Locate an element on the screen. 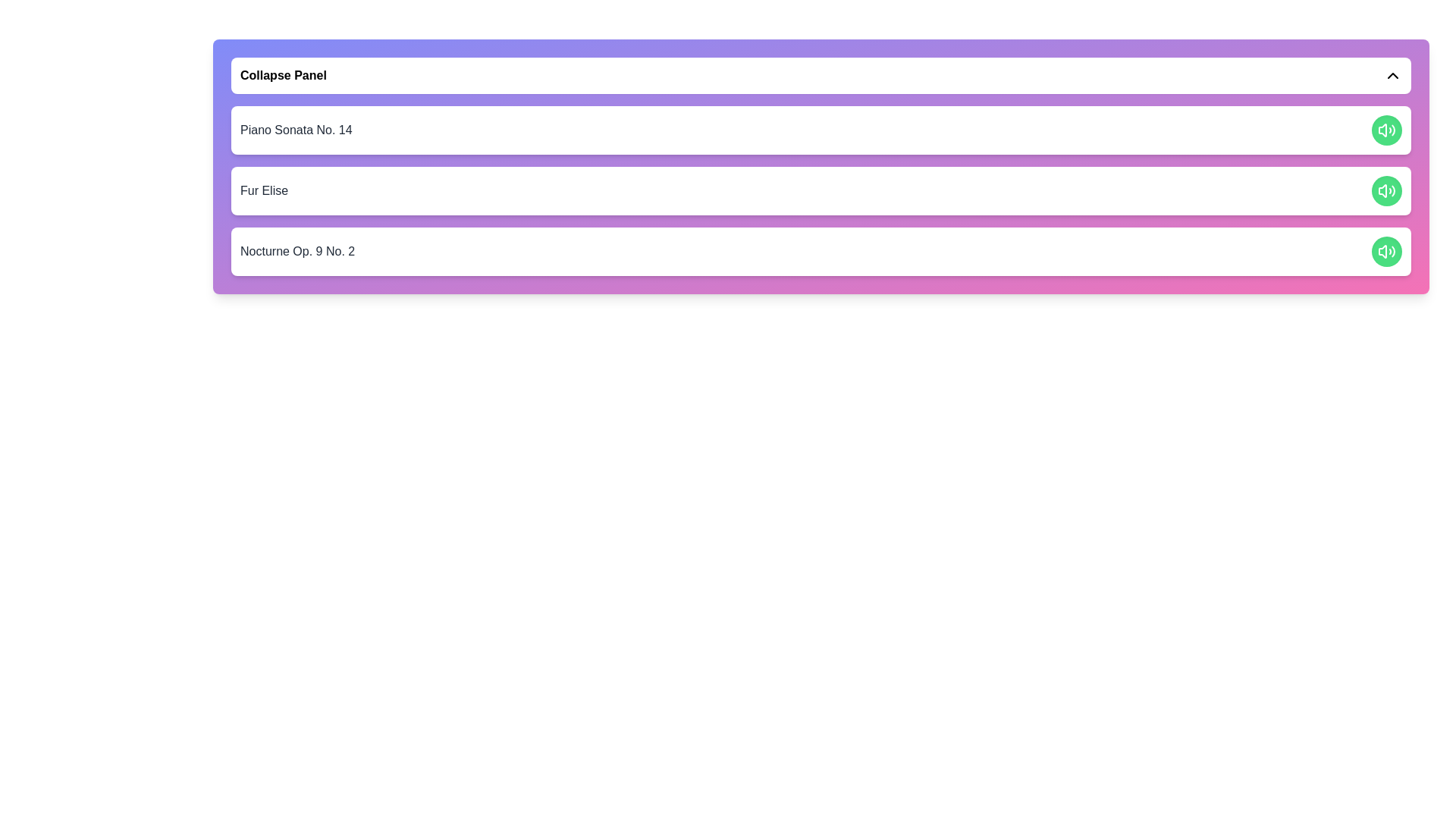  button to toggle the panel's expanded/collapsed state is located at coordinates (821, 76).